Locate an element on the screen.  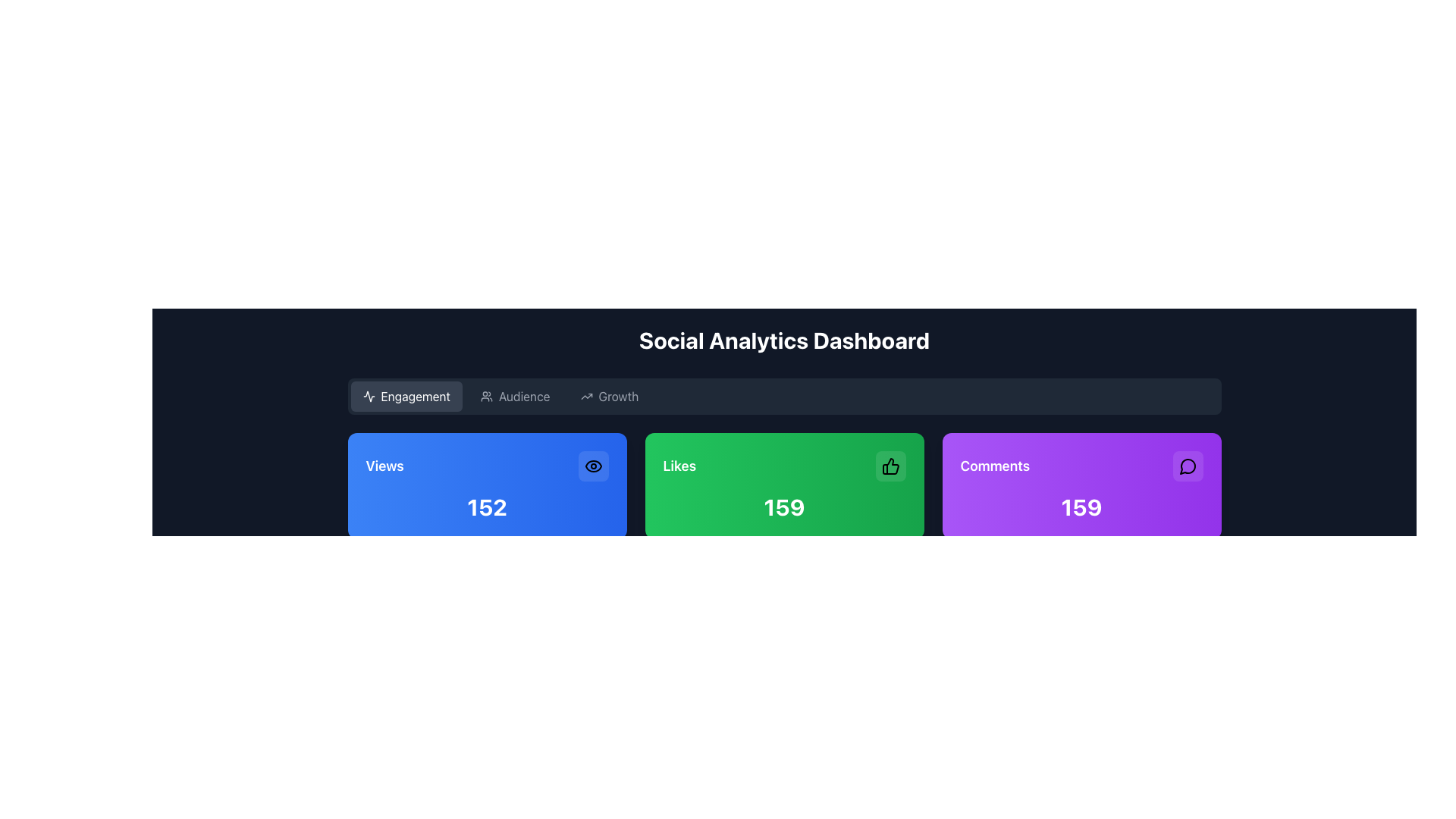
the 'Engagement' button, which is the first button in a row of three buttons for navigation or filtering is located at coordinates (406, 396).